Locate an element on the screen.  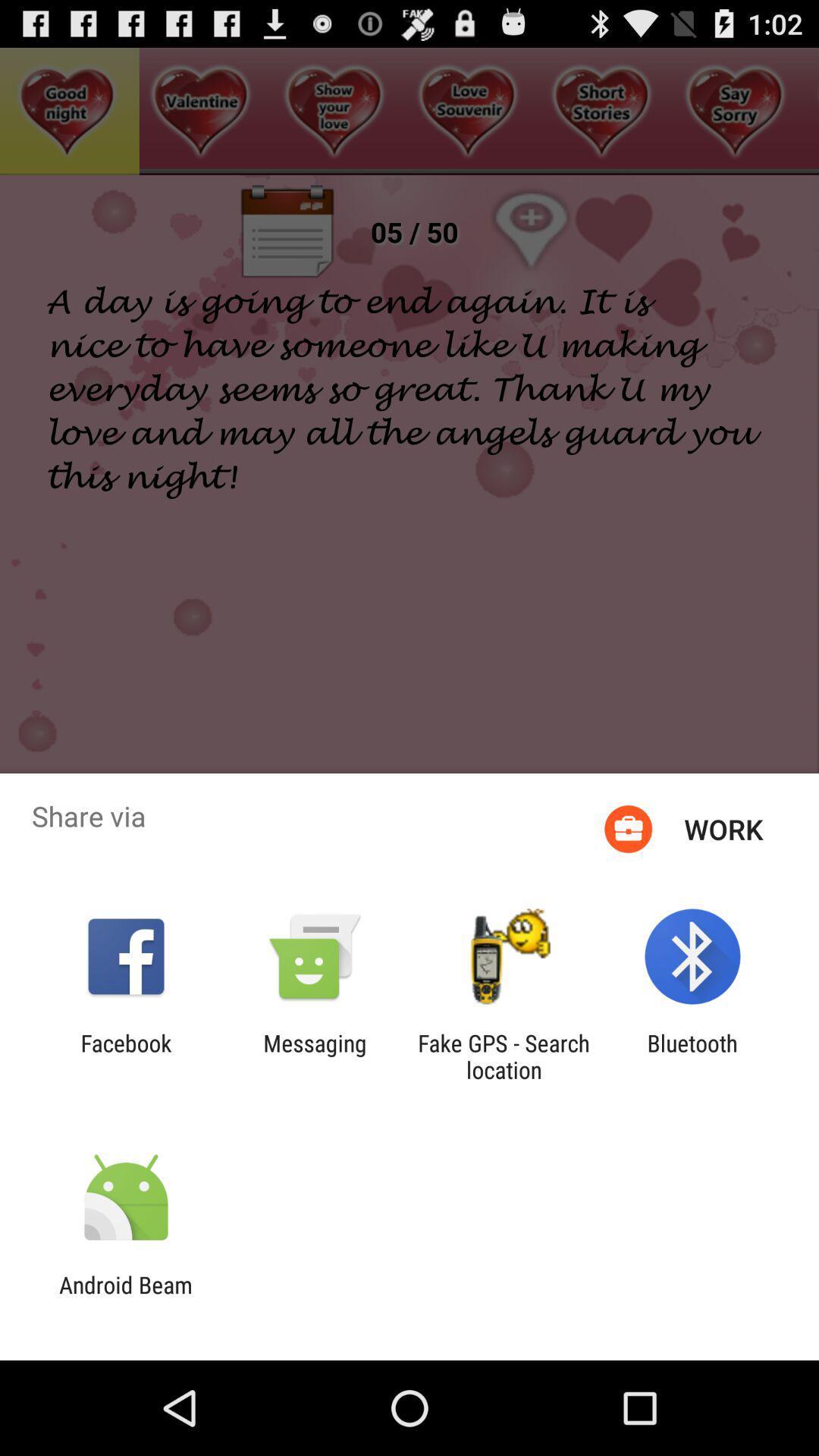
the android beam app is located at coordinates (125, 1298).